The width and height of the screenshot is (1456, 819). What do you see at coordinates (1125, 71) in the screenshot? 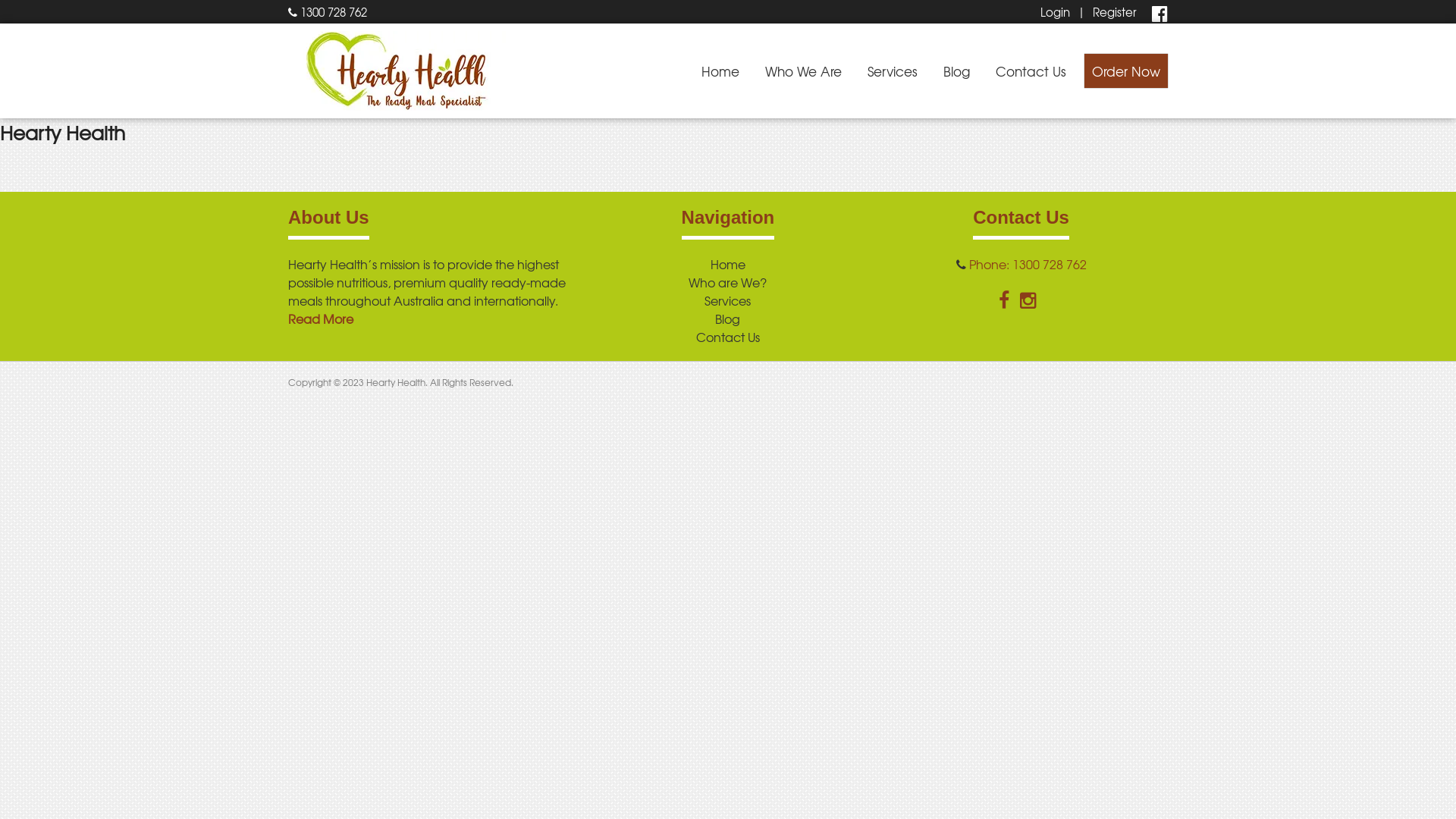
I see `'Order Now'` at bounding box center [1125, 71].